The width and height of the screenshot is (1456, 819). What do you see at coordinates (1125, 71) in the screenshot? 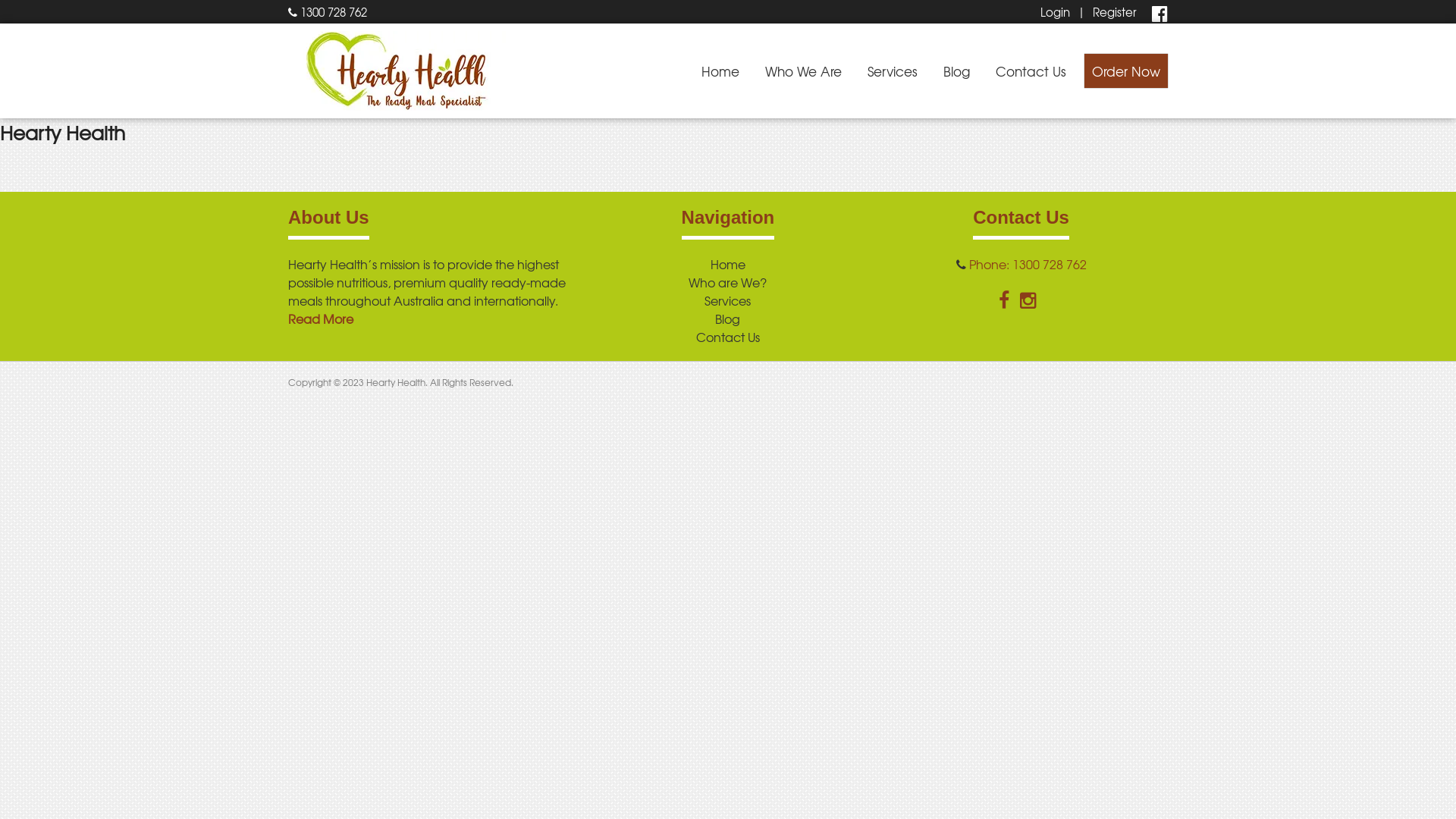
I see `'Order Now'` at bounding box center [1125, 71].